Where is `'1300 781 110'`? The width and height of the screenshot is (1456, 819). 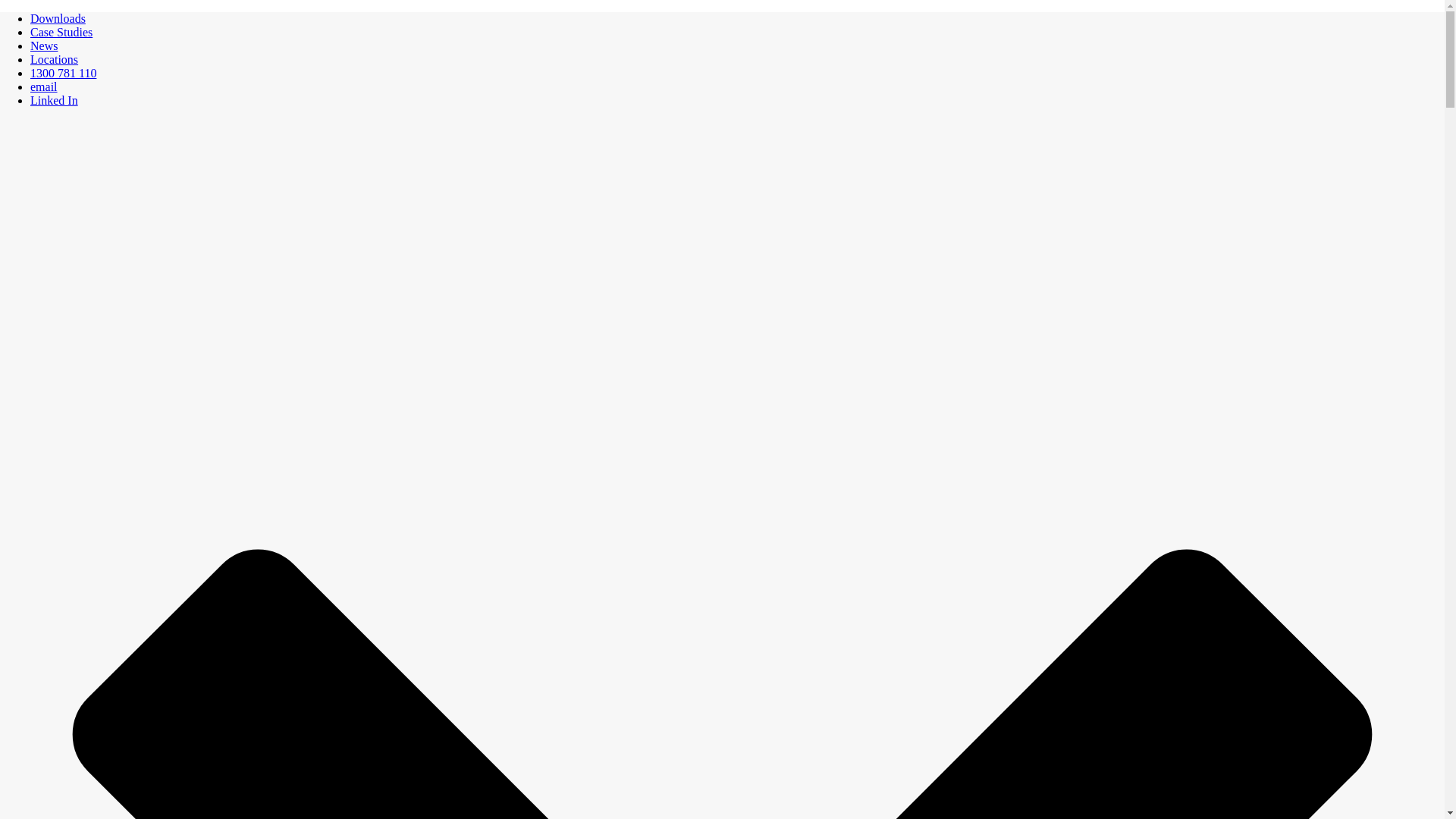 '1300 781 110' is located at coordinates (62, 73).